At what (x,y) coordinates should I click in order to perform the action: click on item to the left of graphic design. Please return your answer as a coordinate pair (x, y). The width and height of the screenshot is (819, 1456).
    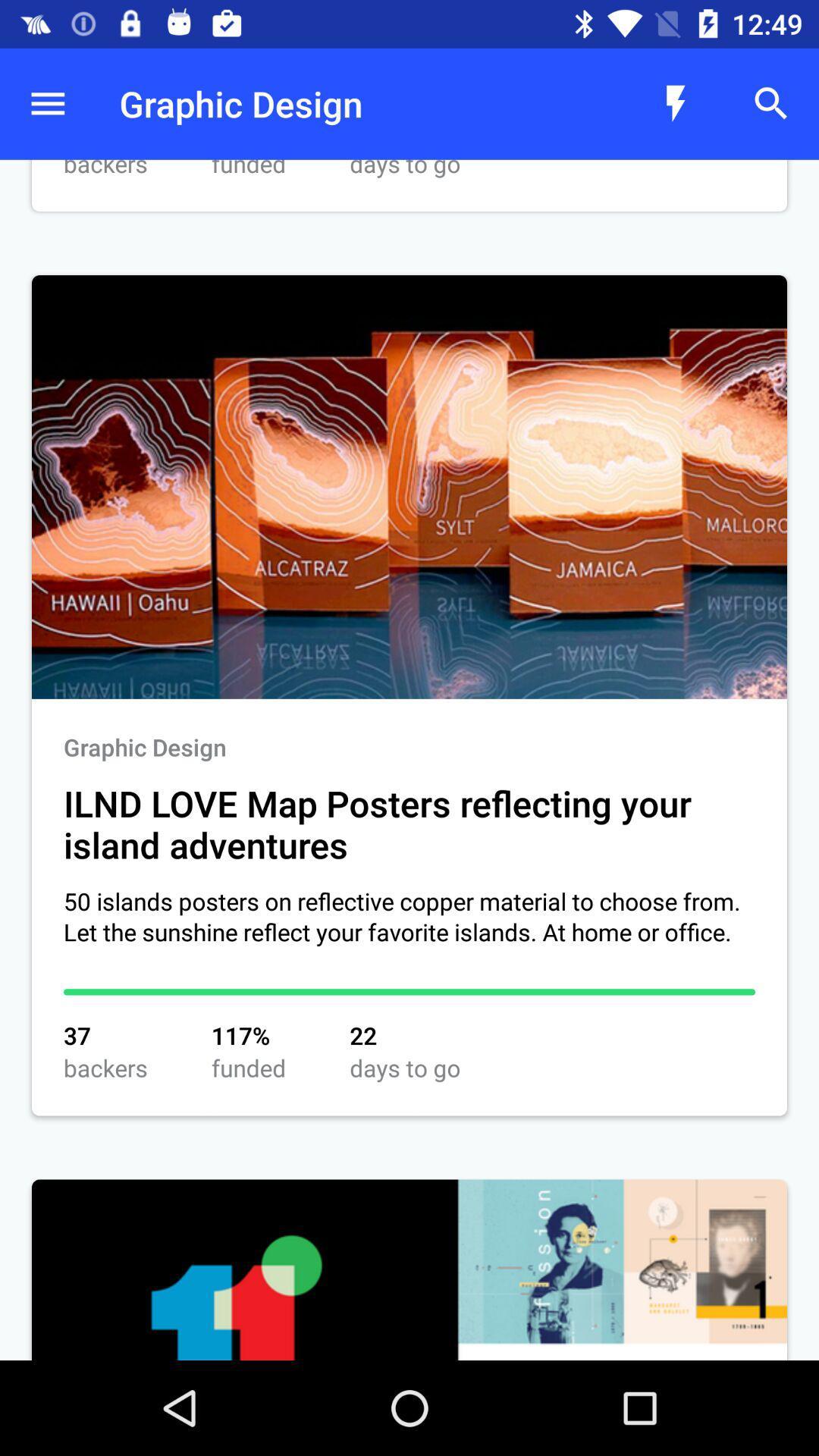
    Looking at the image, I should click on (46, 103).